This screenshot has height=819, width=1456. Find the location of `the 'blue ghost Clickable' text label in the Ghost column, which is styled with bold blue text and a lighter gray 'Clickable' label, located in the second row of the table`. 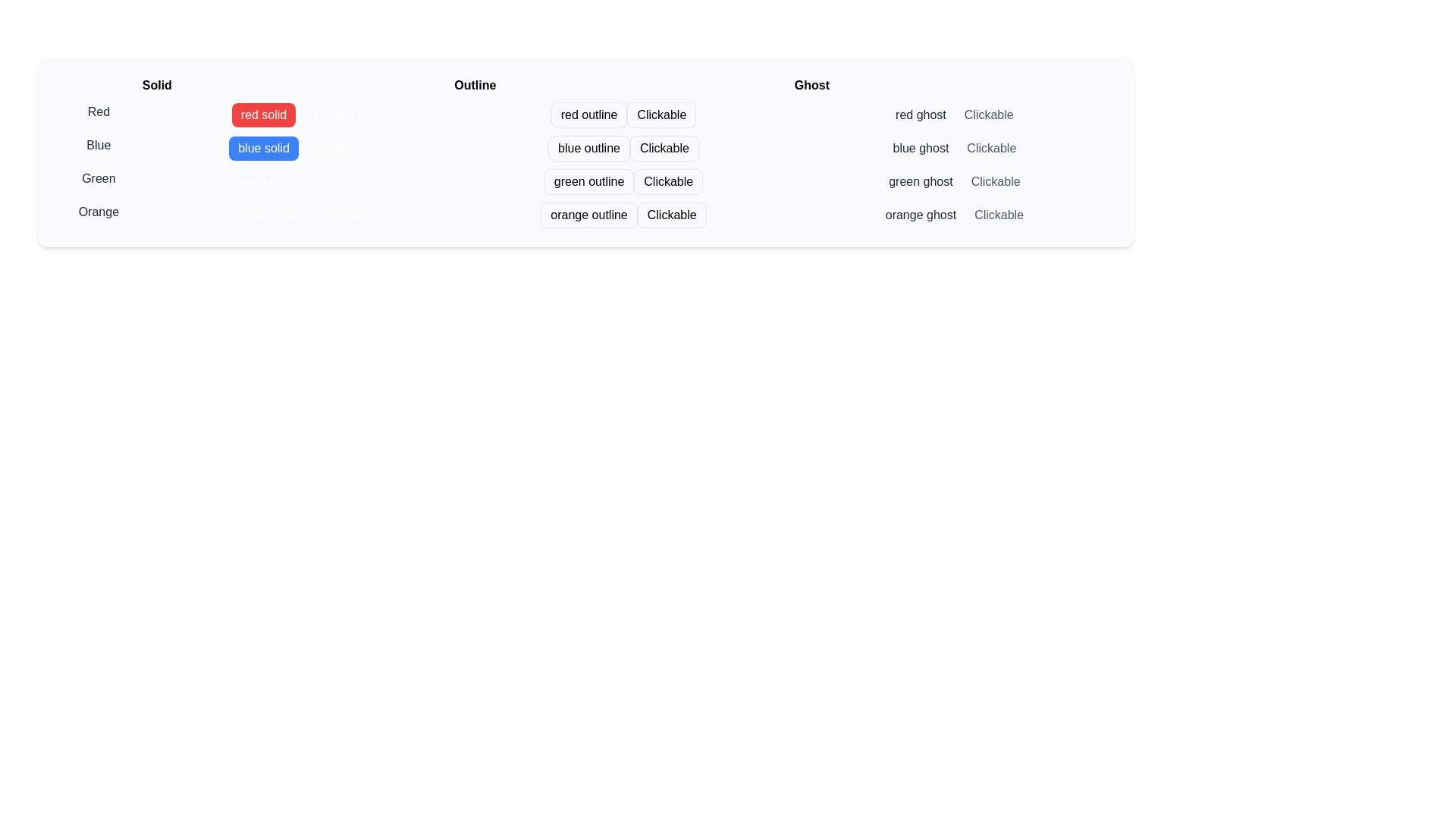

the 'blue ghost Clickable' text label in the Ghost column, which is styled with bold blue text and a lighter gray 'Clickable' label, located in the second row of the table is located at coordinates (953, 146).